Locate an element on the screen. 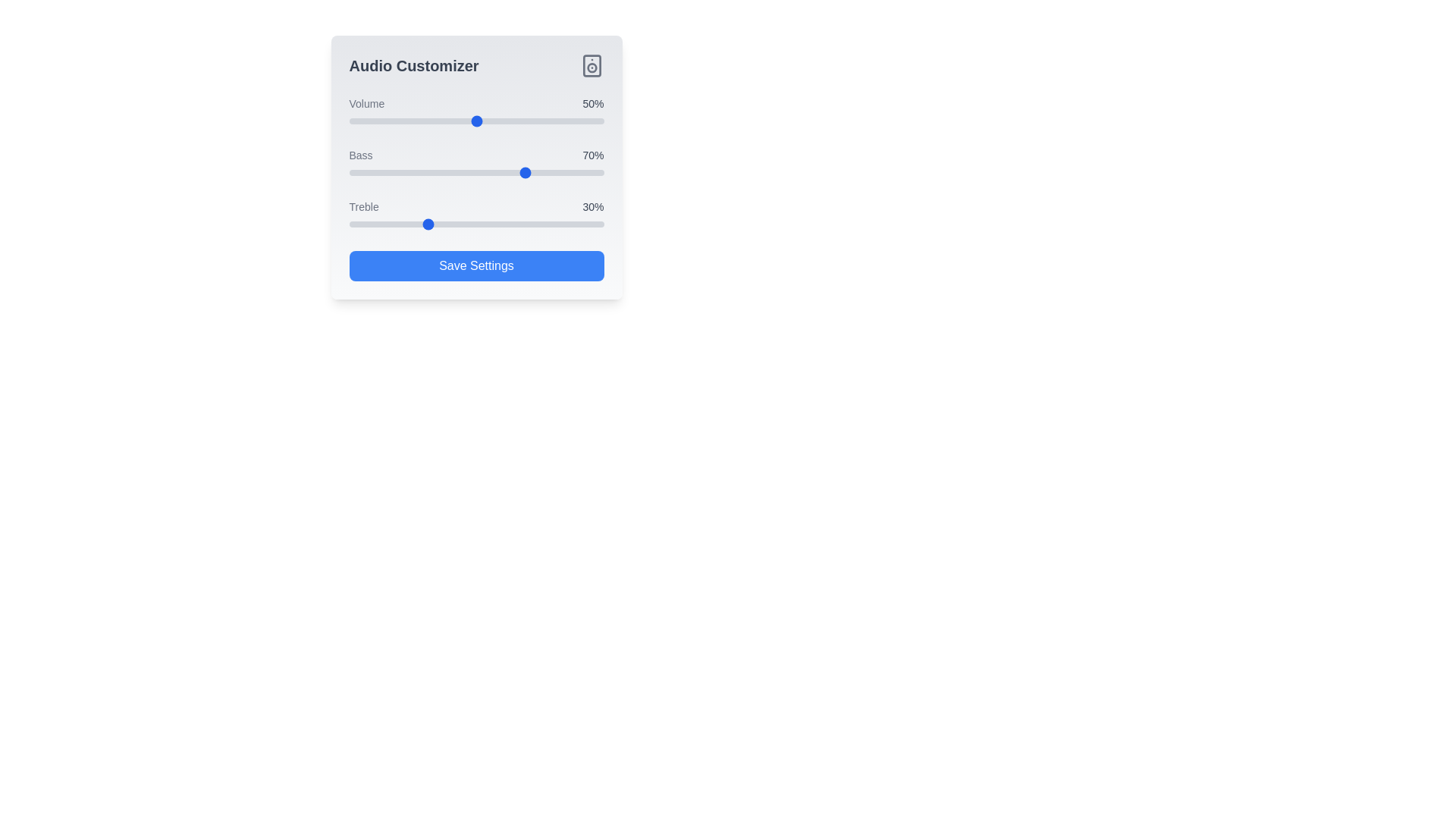  the bass slider to 78% is located at coordinates (547, 171).